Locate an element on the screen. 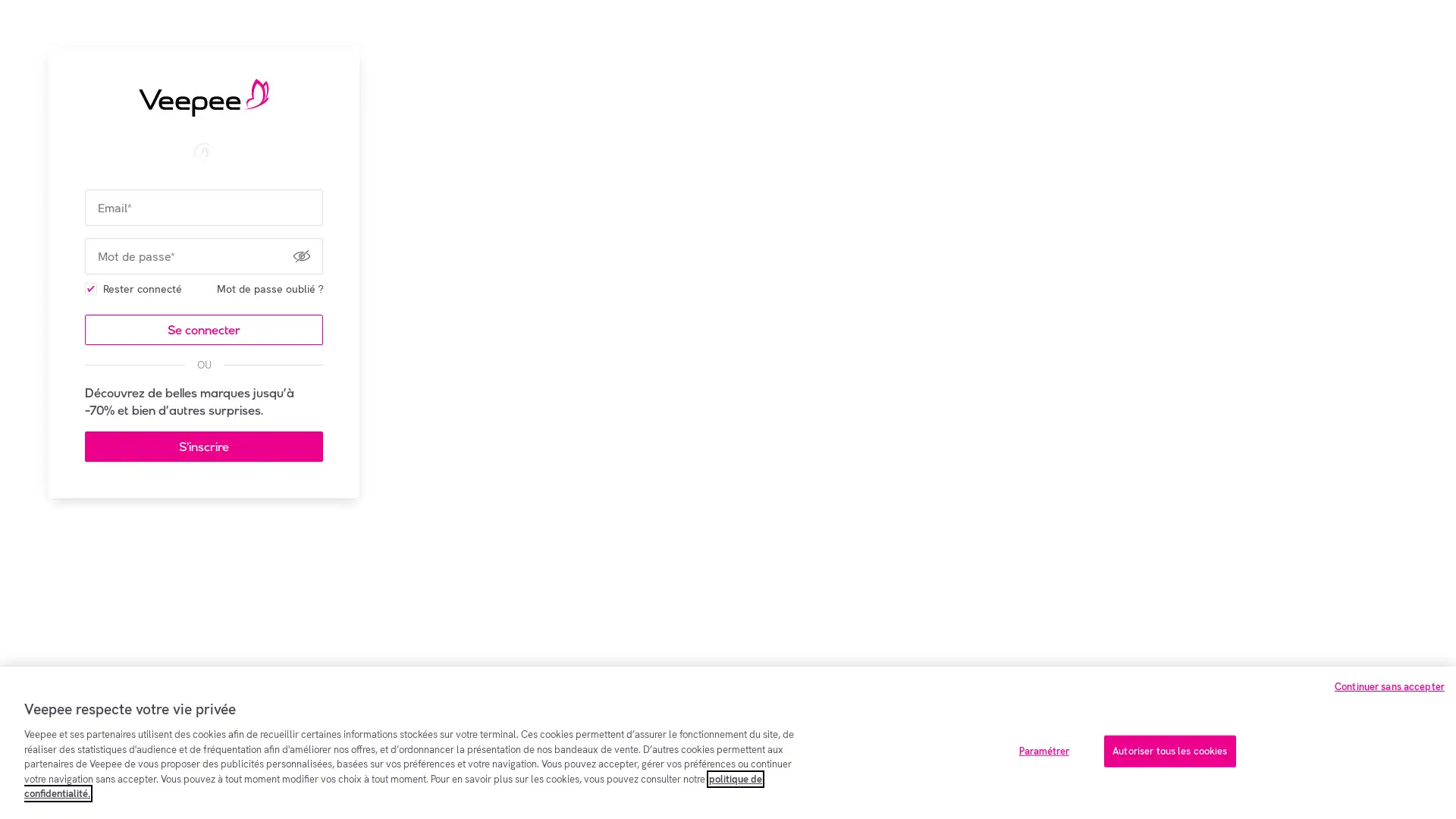 Image resolution: width=1456 pixels, height=819 pixels. Continuer sans accepter is located at coordinates (1389, 686).